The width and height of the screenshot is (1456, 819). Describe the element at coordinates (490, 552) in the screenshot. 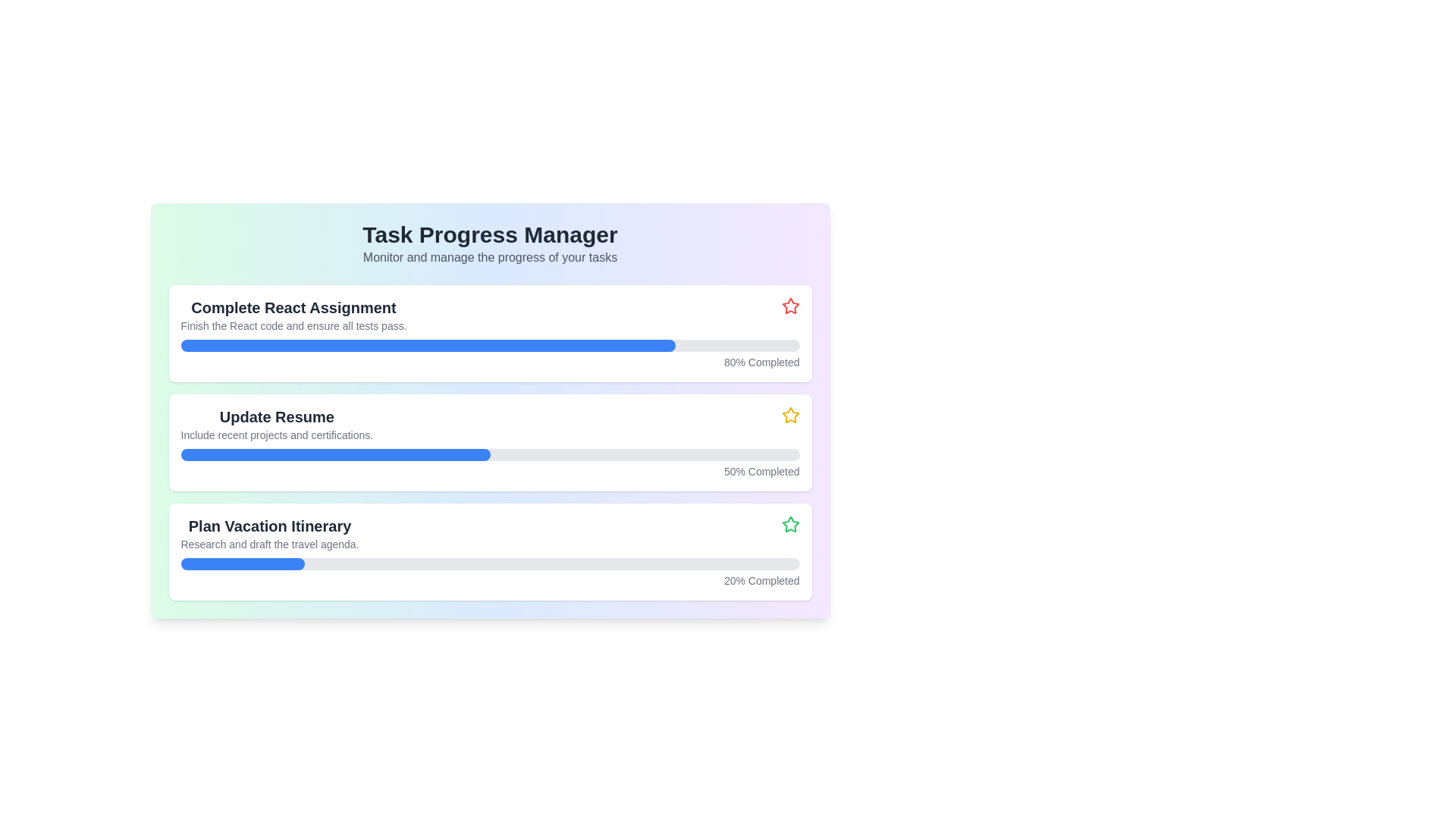

I see `the progress status on the progress bar of the Task overview component titled 'Plan Vacation Itinerary', which includes a description and a star icon` at that location.